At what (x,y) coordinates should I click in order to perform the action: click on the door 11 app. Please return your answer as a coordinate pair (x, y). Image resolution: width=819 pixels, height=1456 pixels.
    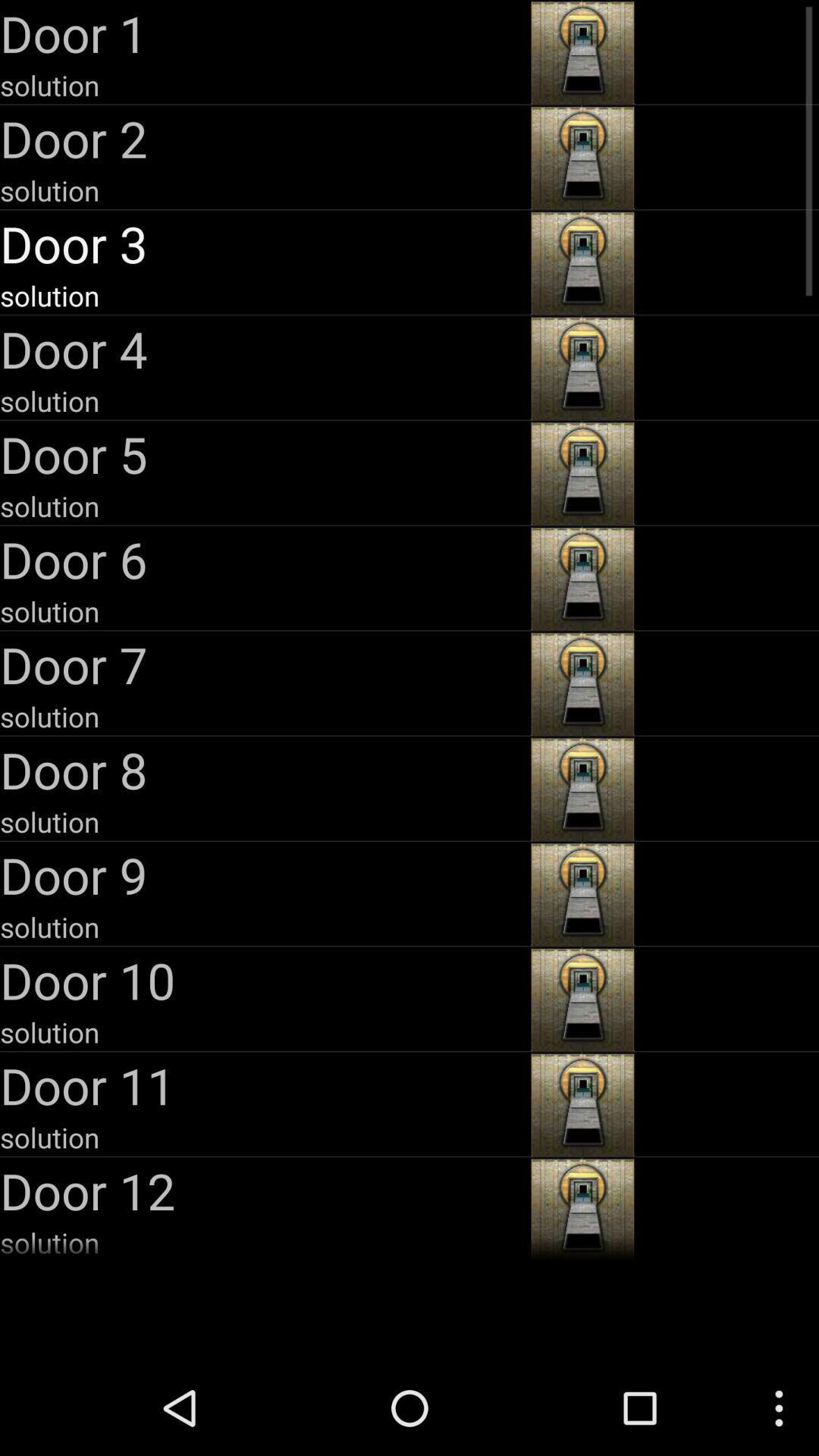
    Looking at the image, I should click on (262, 1084).